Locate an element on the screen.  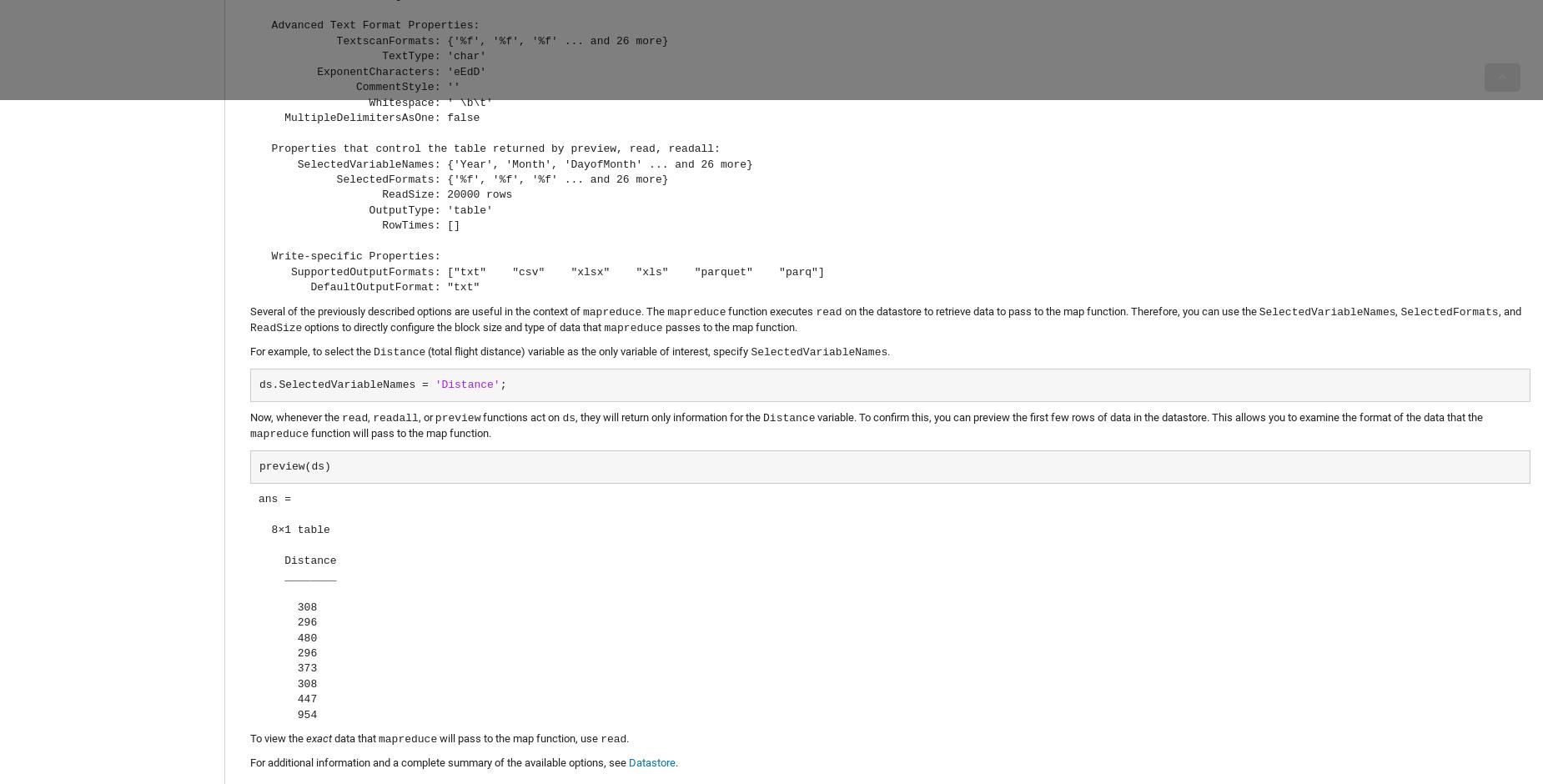
',
they will return only information for the' is located at coordinates (669, 417).